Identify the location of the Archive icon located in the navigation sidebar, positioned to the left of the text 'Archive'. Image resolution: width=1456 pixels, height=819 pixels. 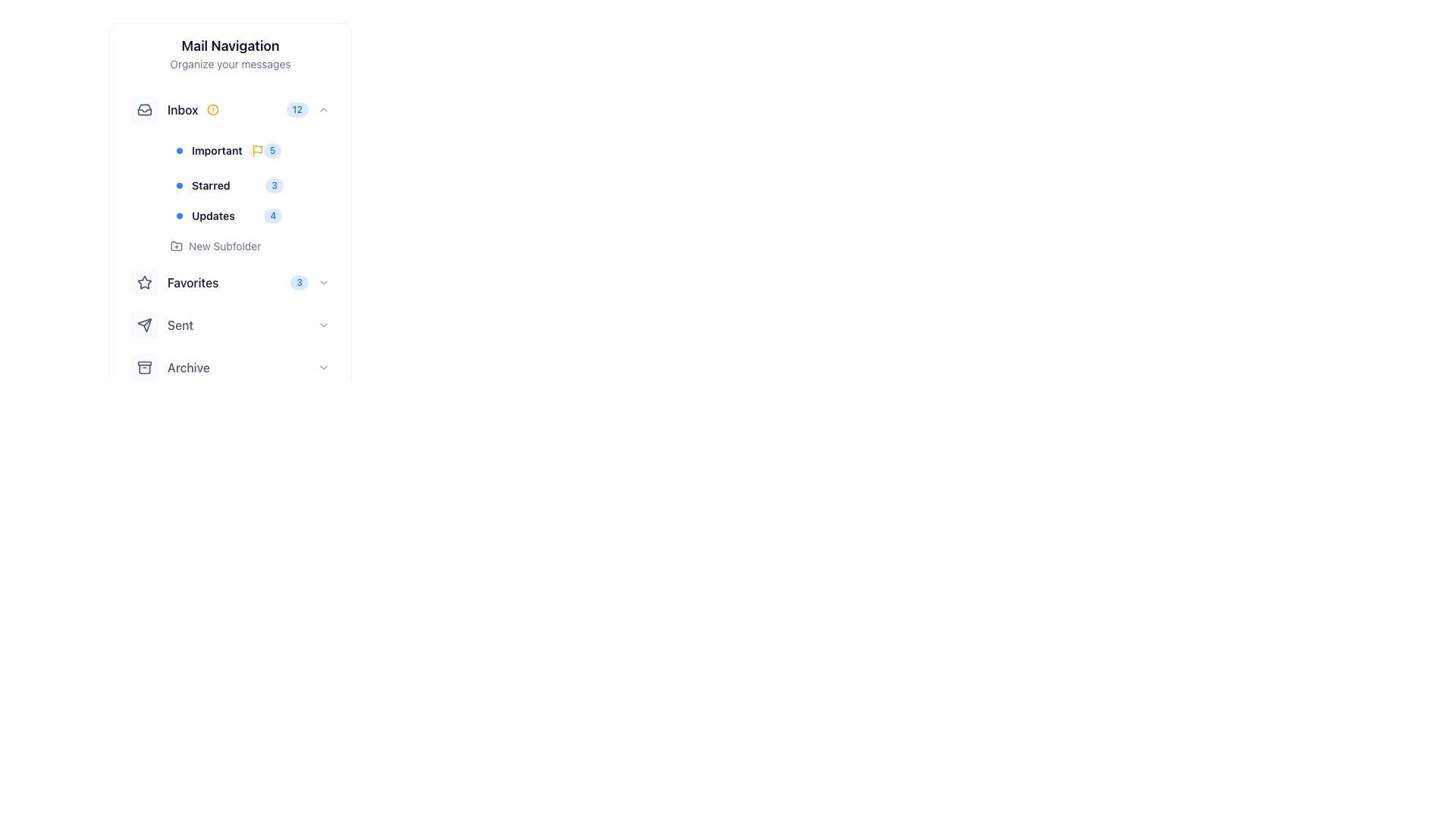
(145, 368).